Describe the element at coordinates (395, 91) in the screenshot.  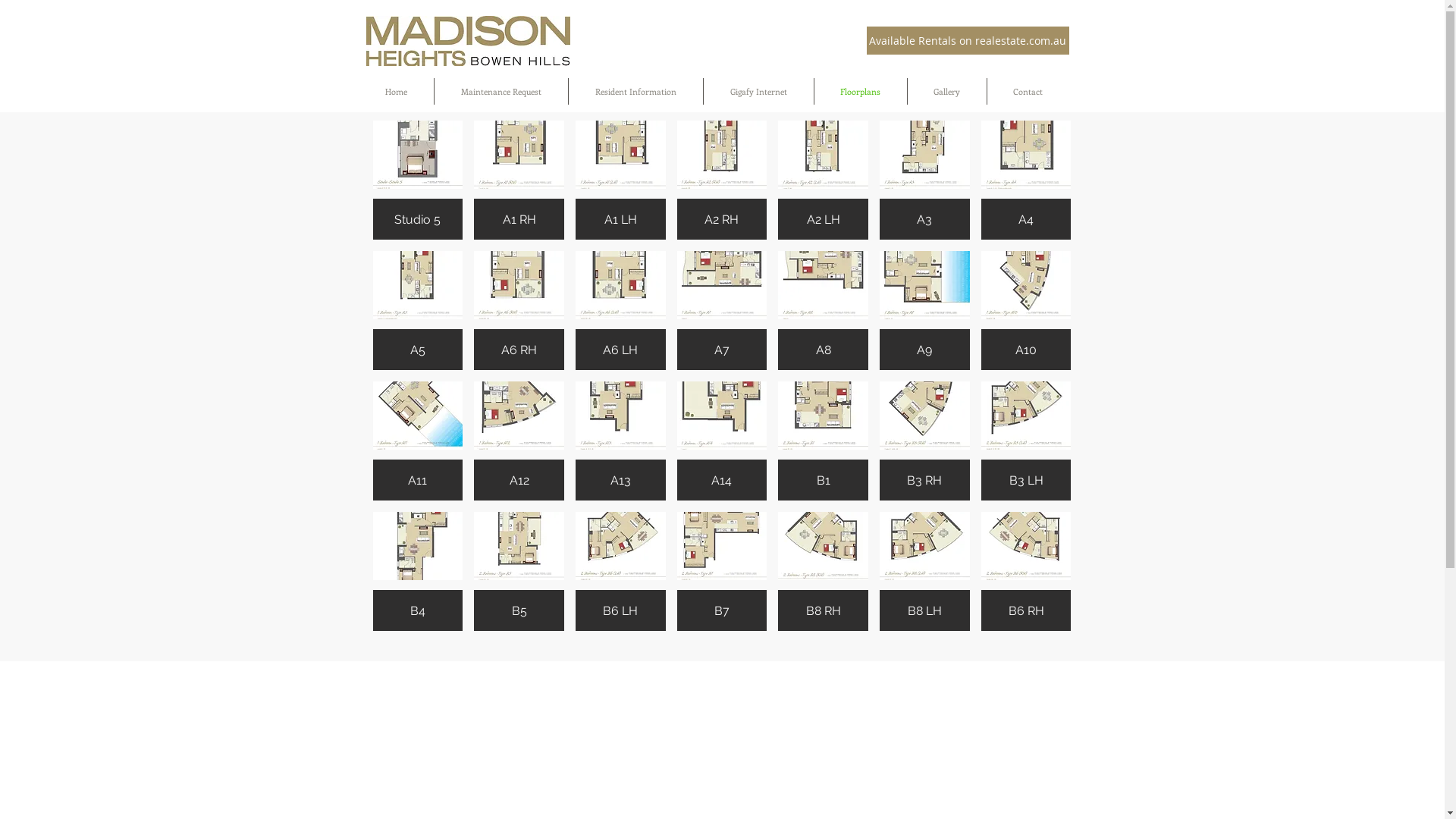
I see `'Home'` at that location.